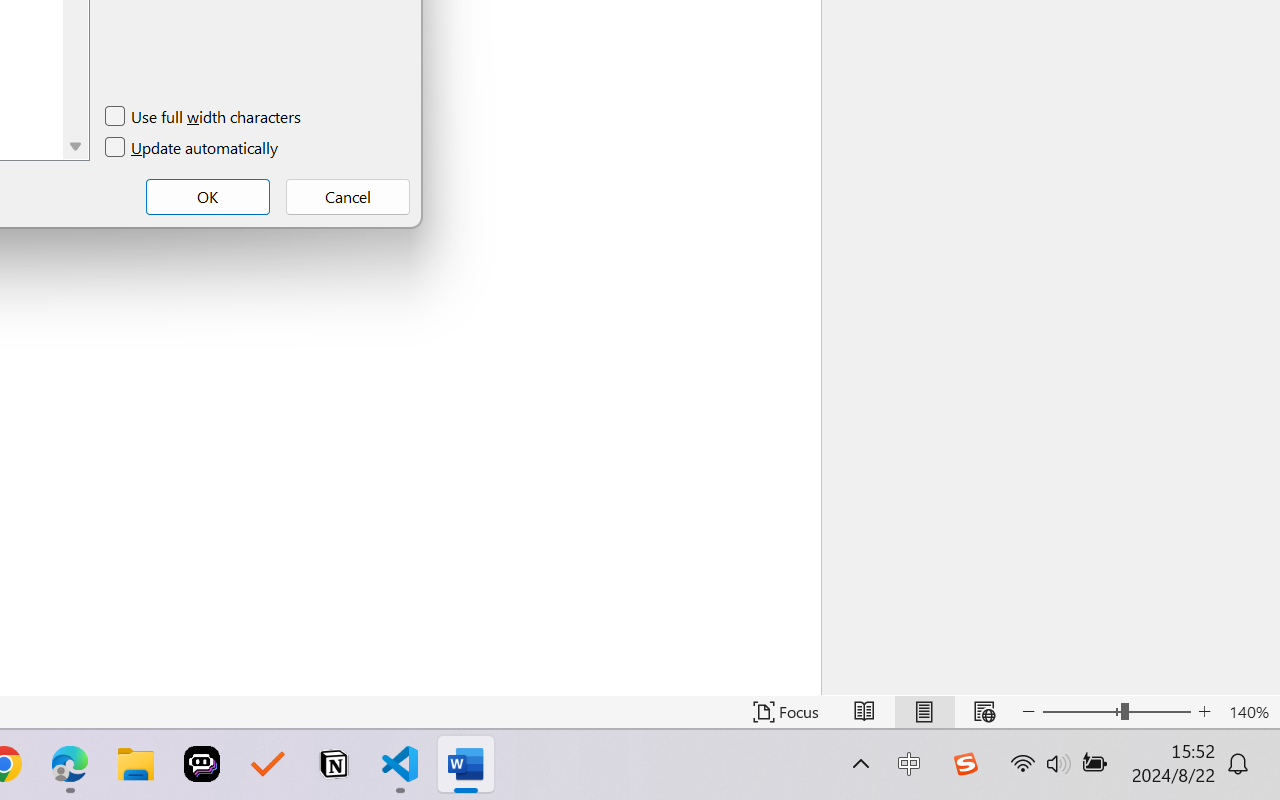  Describe the element at coordinates (1204, 711) in the screenshot. I see `'Zoom In'` at that location.